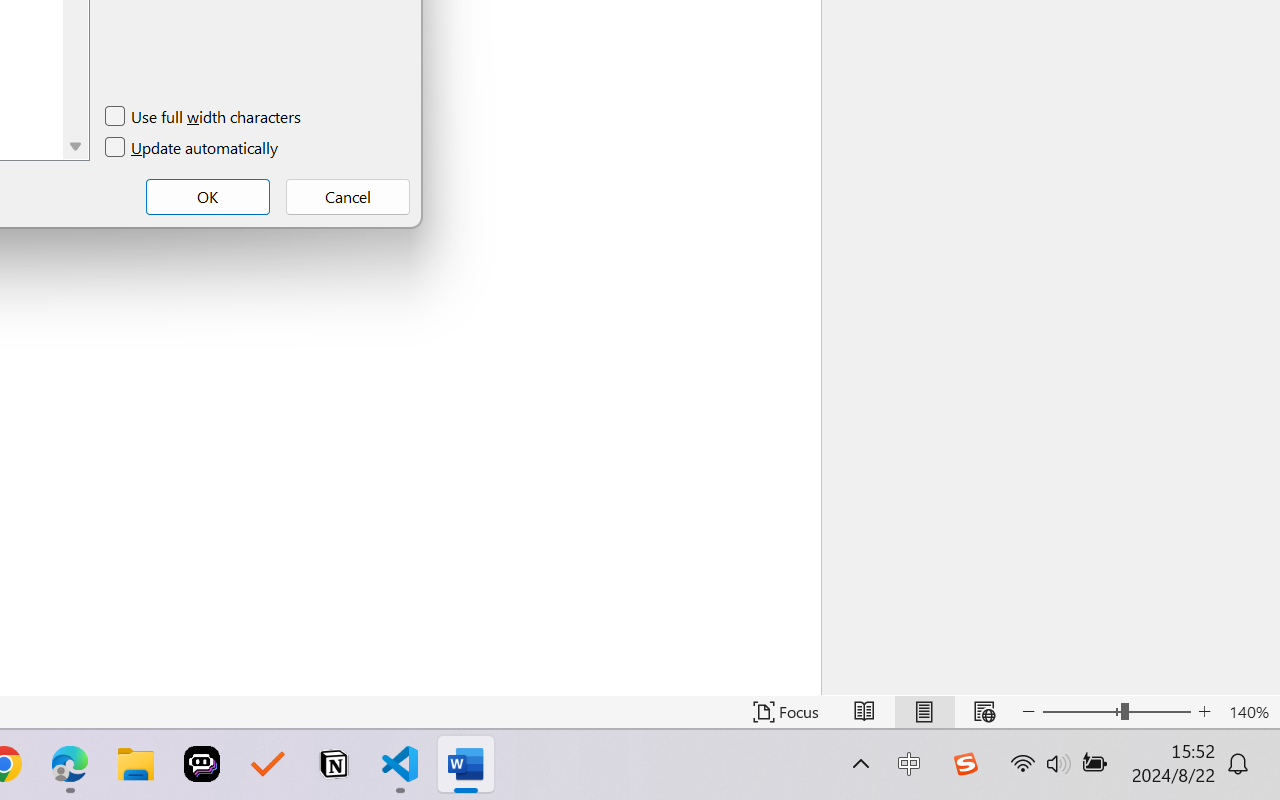  Describe the element at coordinates (1204, 711) in the screenshot. I see `'Zoom In'` at that location.